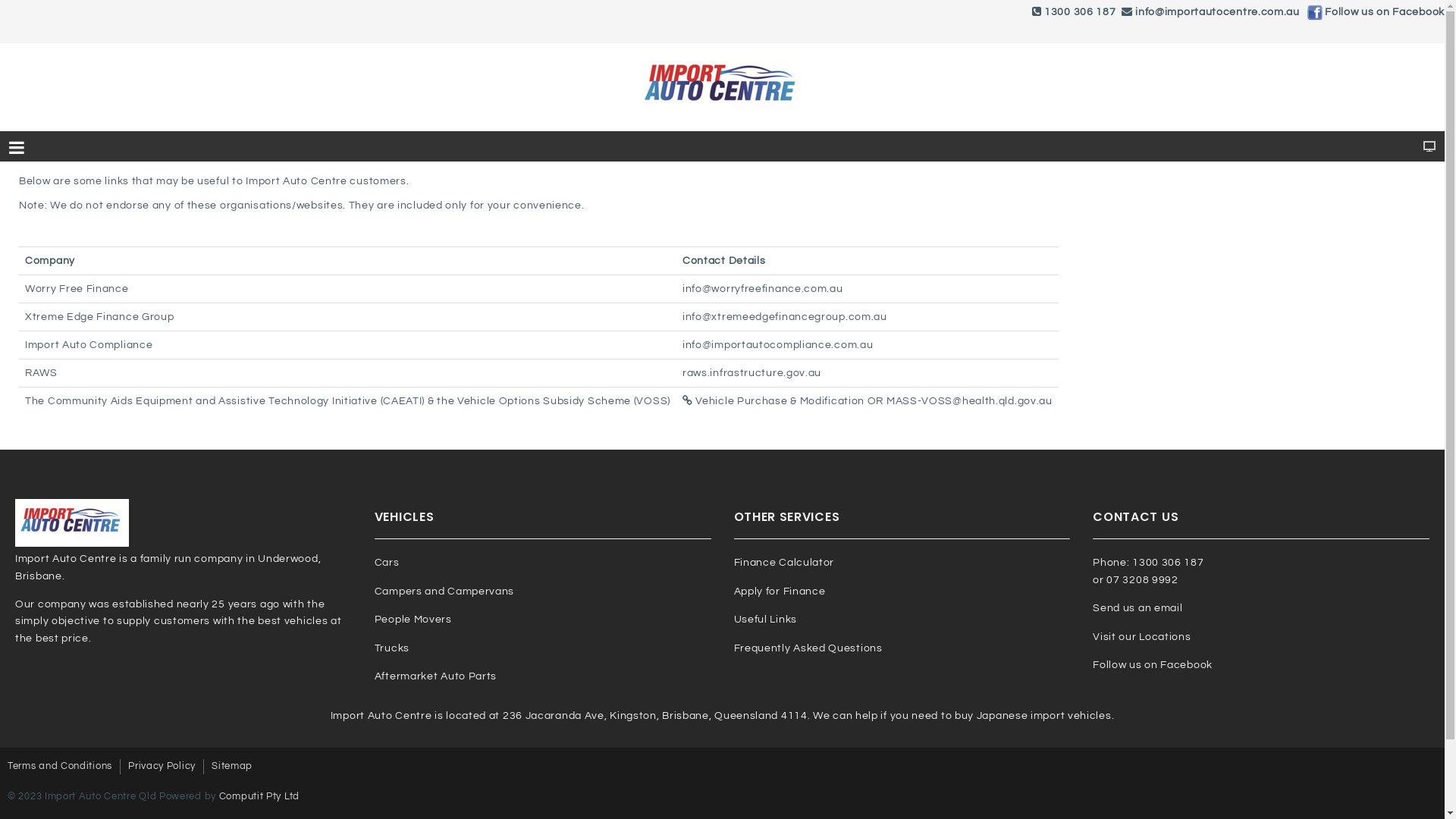  Describe the element at coordinates (773, 400) in the screenshot. I see `'Vehicle Purchase & Modification'` at that location.